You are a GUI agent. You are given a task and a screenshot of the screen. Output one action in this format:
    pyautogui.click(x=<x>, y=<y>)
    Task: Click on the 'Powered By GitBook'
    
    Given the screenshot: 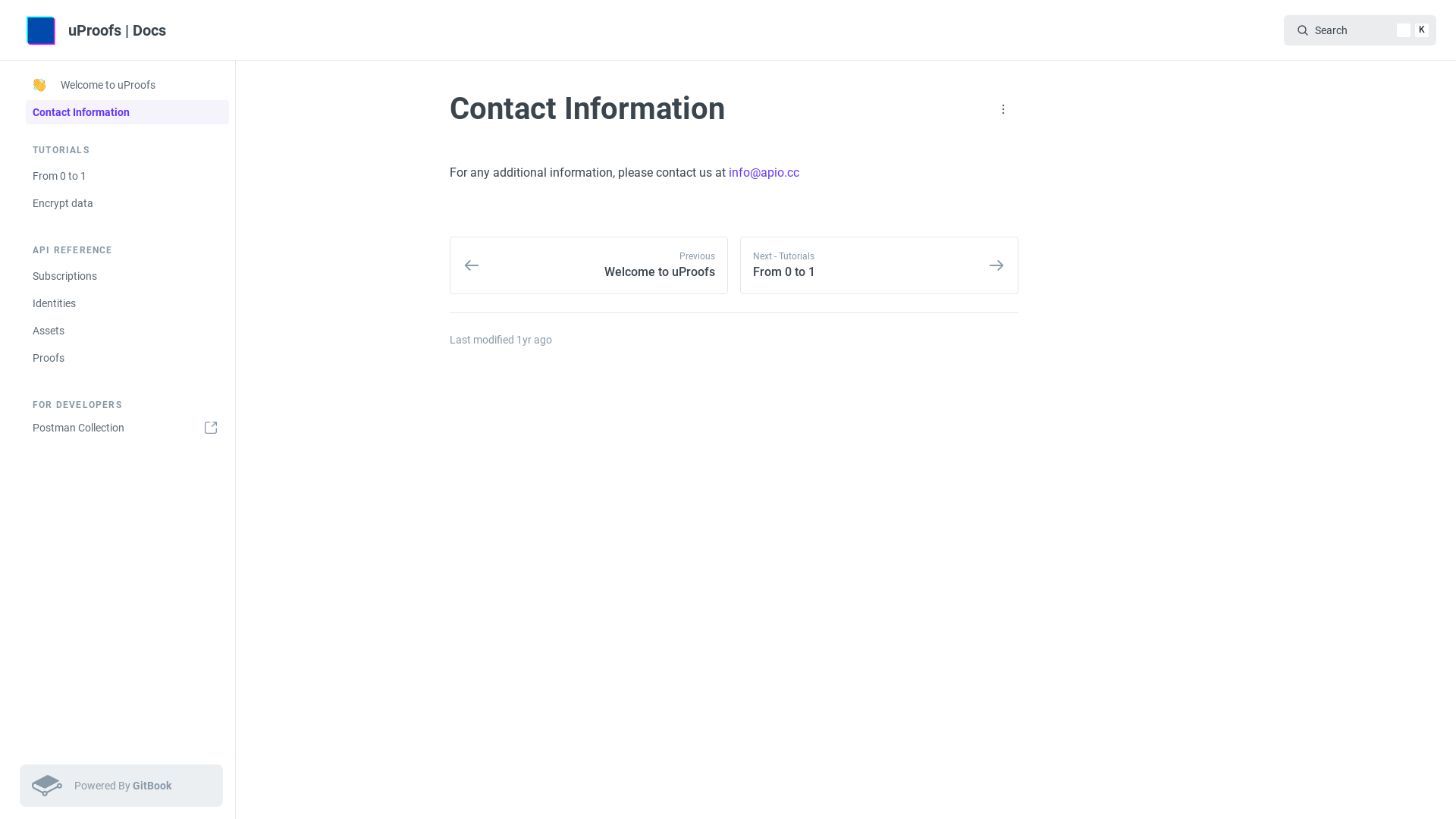 What is the action you would take?
    pyautogui.click(x=120, y=785)
    